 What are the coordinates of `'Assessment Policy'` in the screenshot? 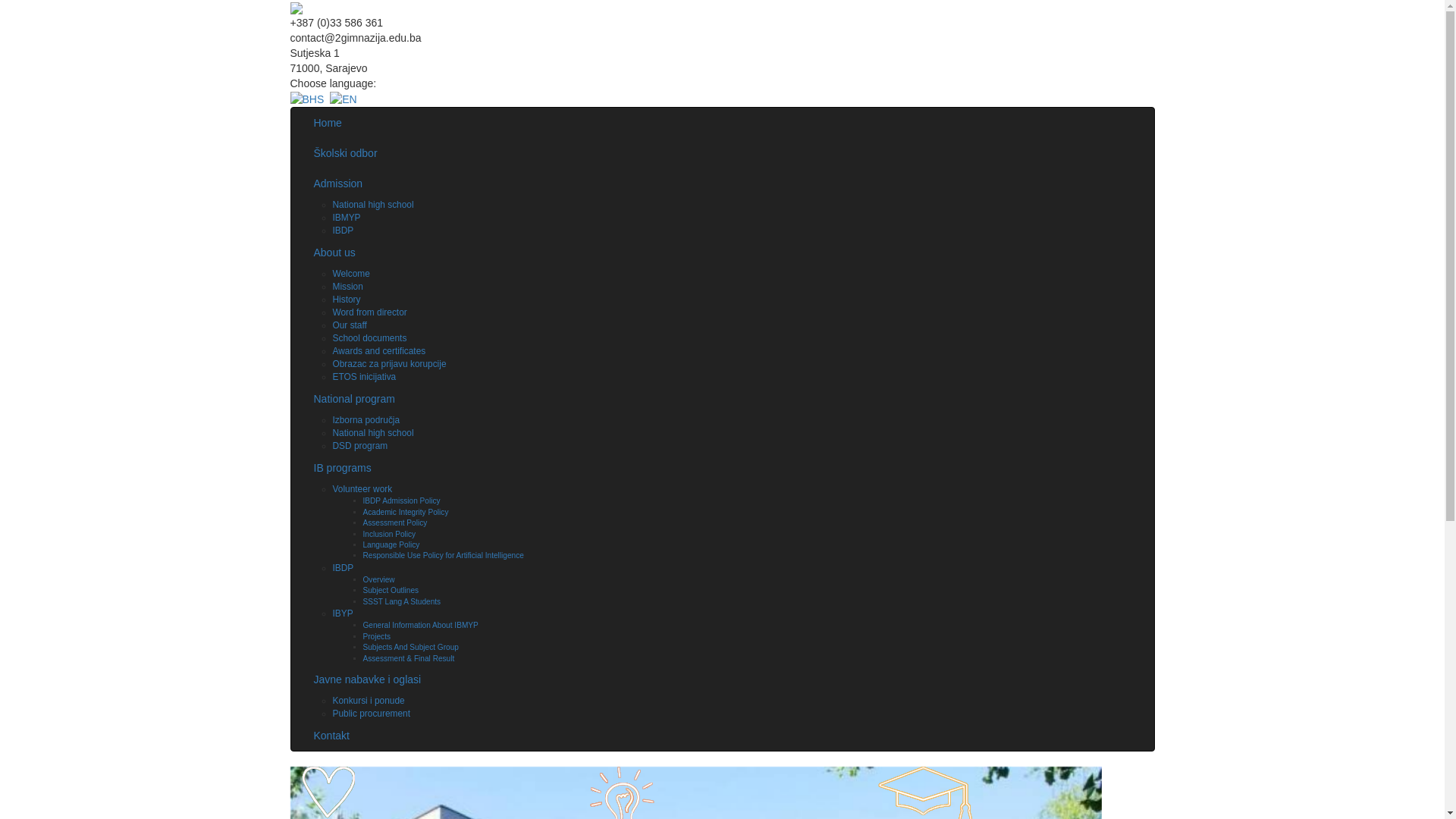 It's located at (394, 522).